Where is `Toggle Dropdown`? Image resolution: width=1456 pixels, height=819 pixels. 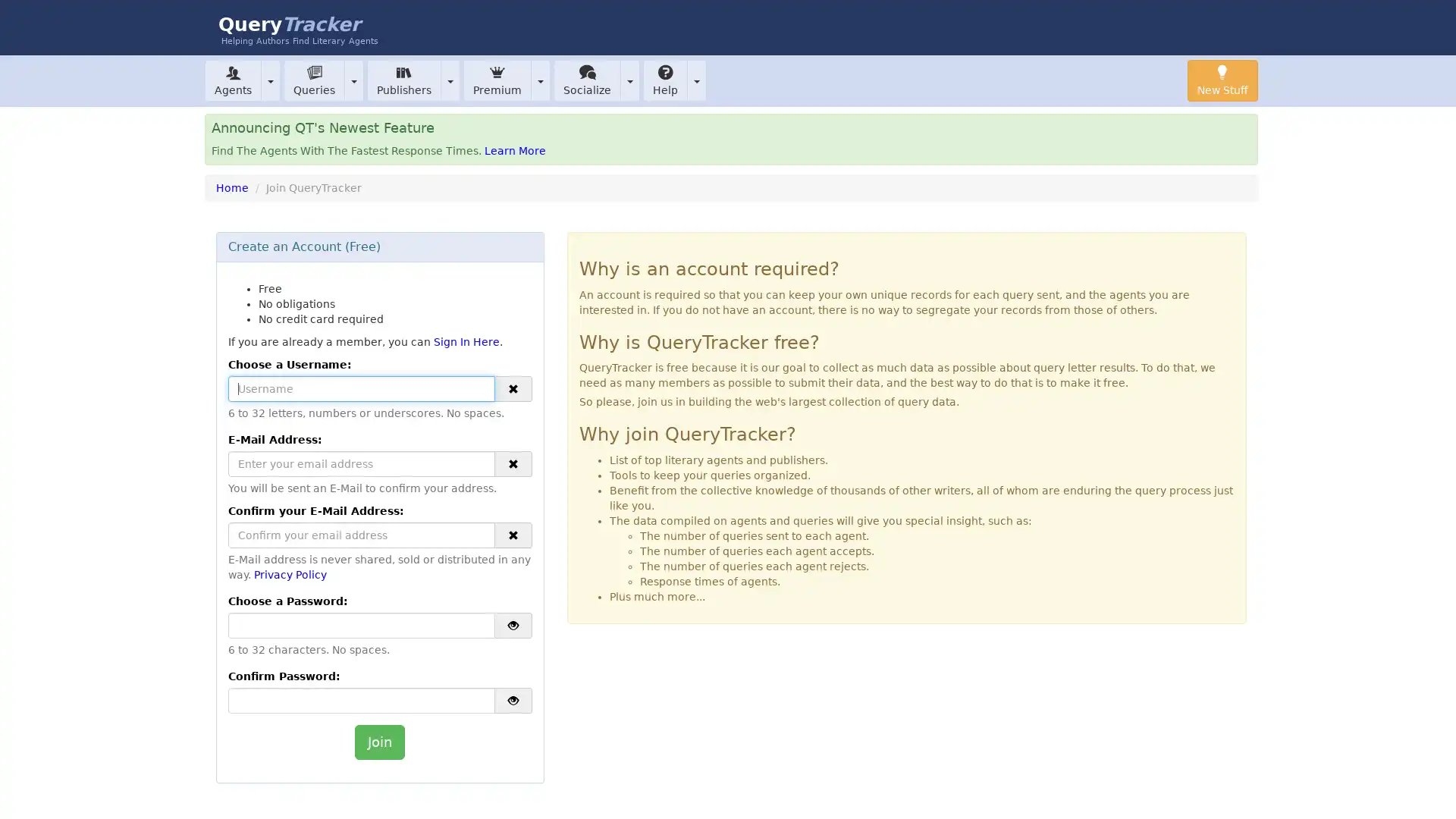 Toggle Dropdown is located at coordinates (353, 80).